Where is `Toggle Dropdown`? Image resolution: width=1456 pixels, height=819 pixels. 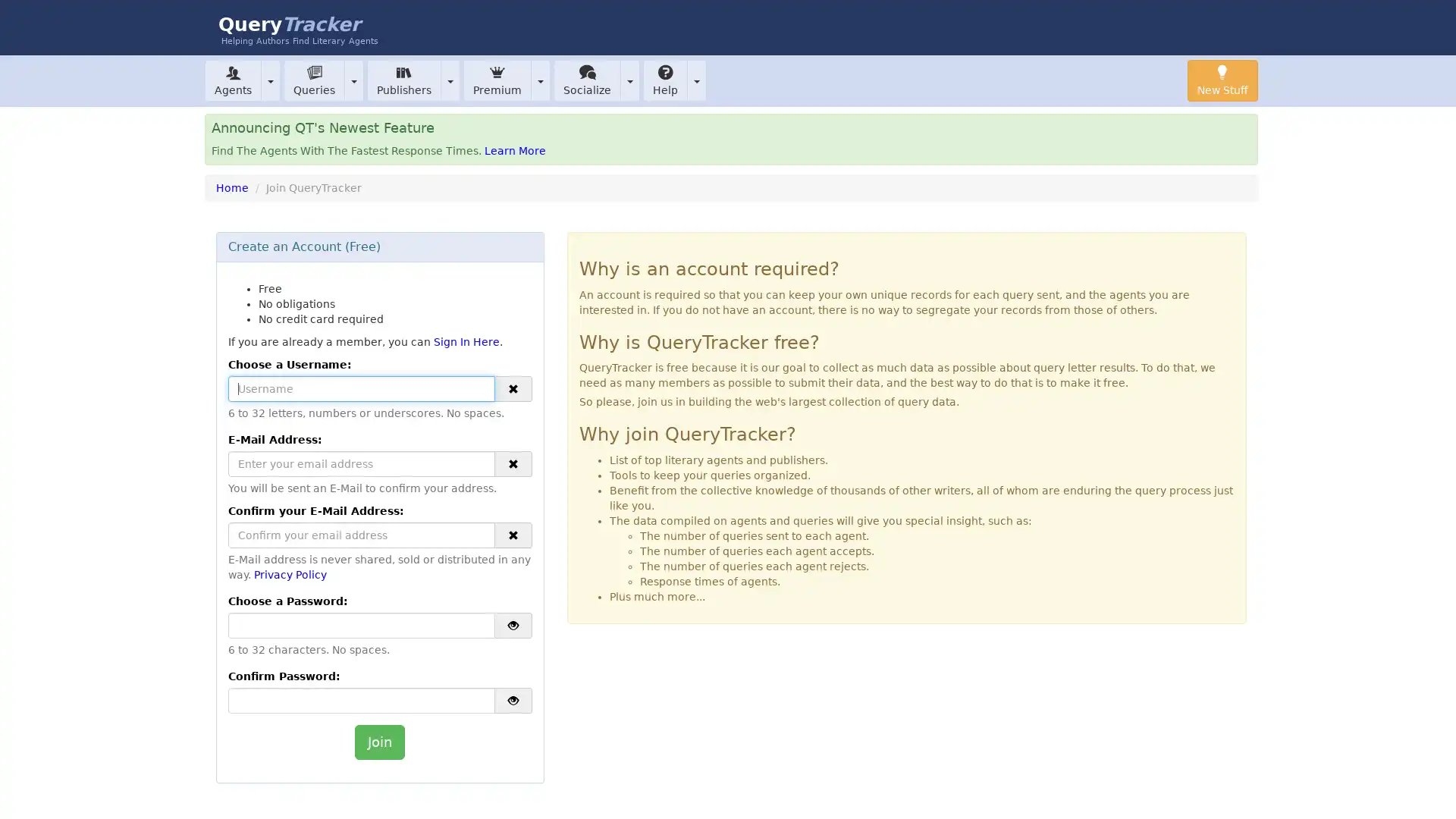 Toggle Dropdown is located at coordinates (353, 80).